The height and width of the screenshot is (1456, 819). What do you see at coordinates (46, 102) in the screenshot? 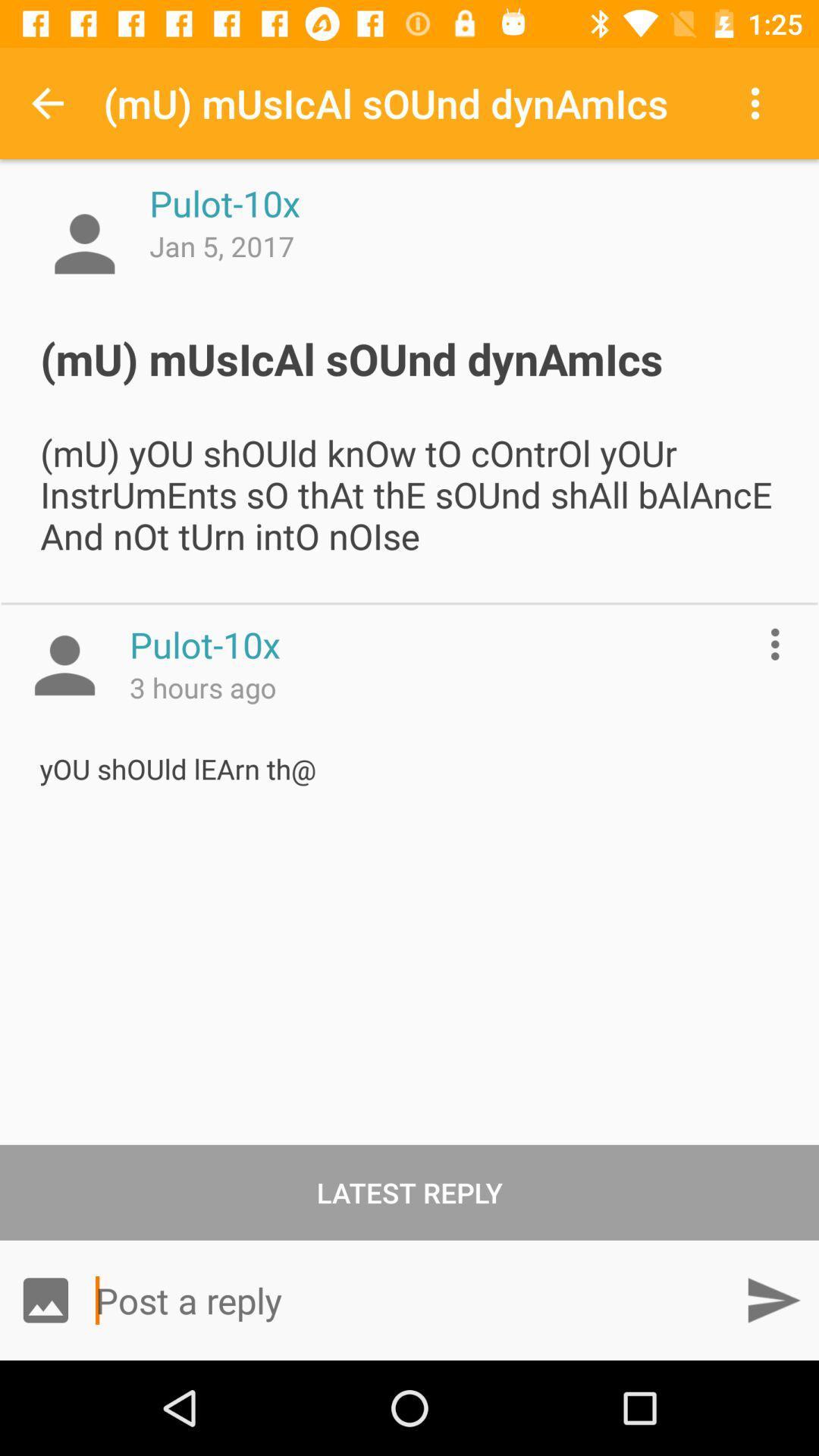
I see `app next to mu musical sound item` at bounding box center [46, 102].